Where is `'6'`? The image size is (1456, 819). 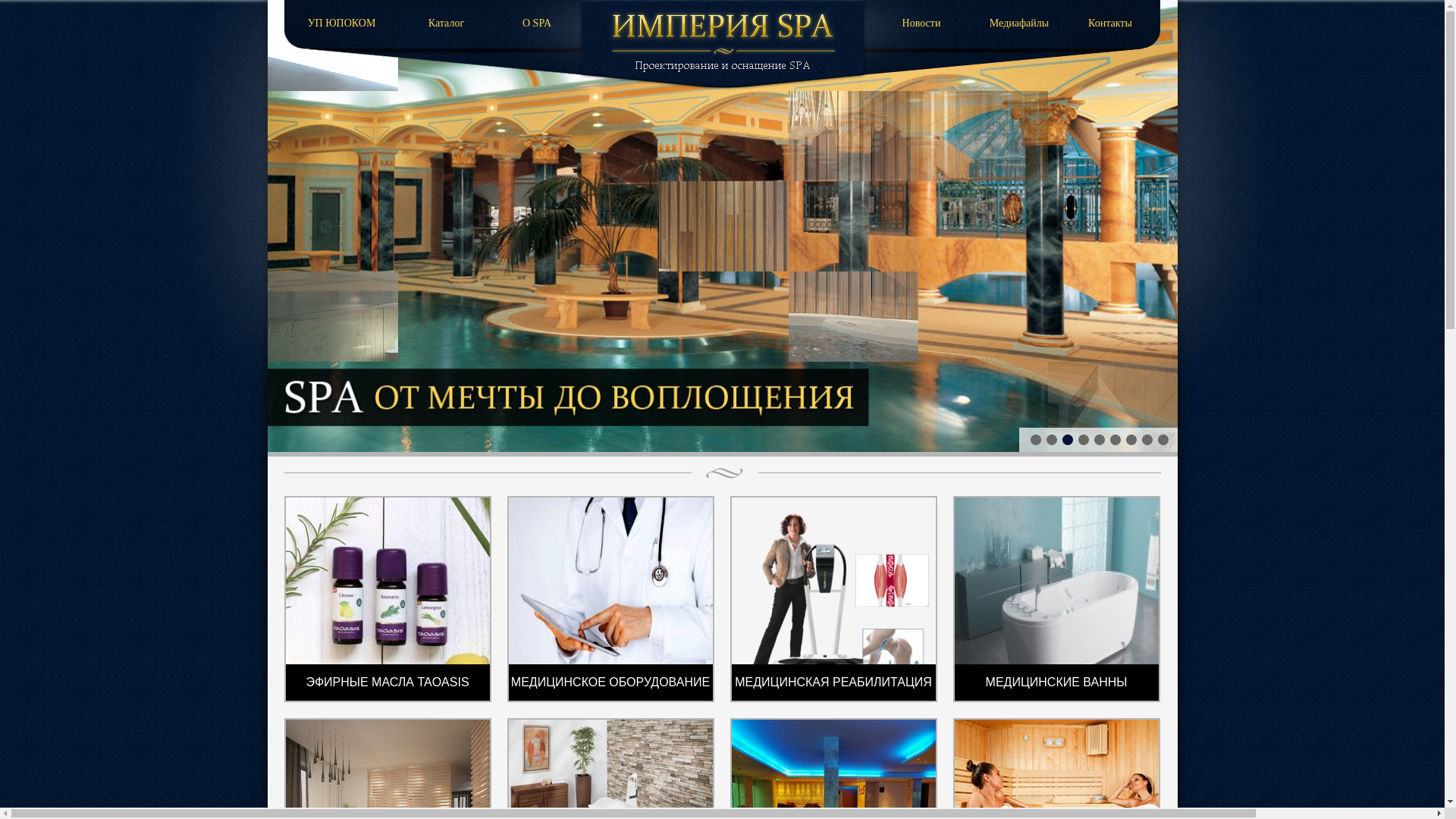
'6' is located at coordinates (1115, 439).